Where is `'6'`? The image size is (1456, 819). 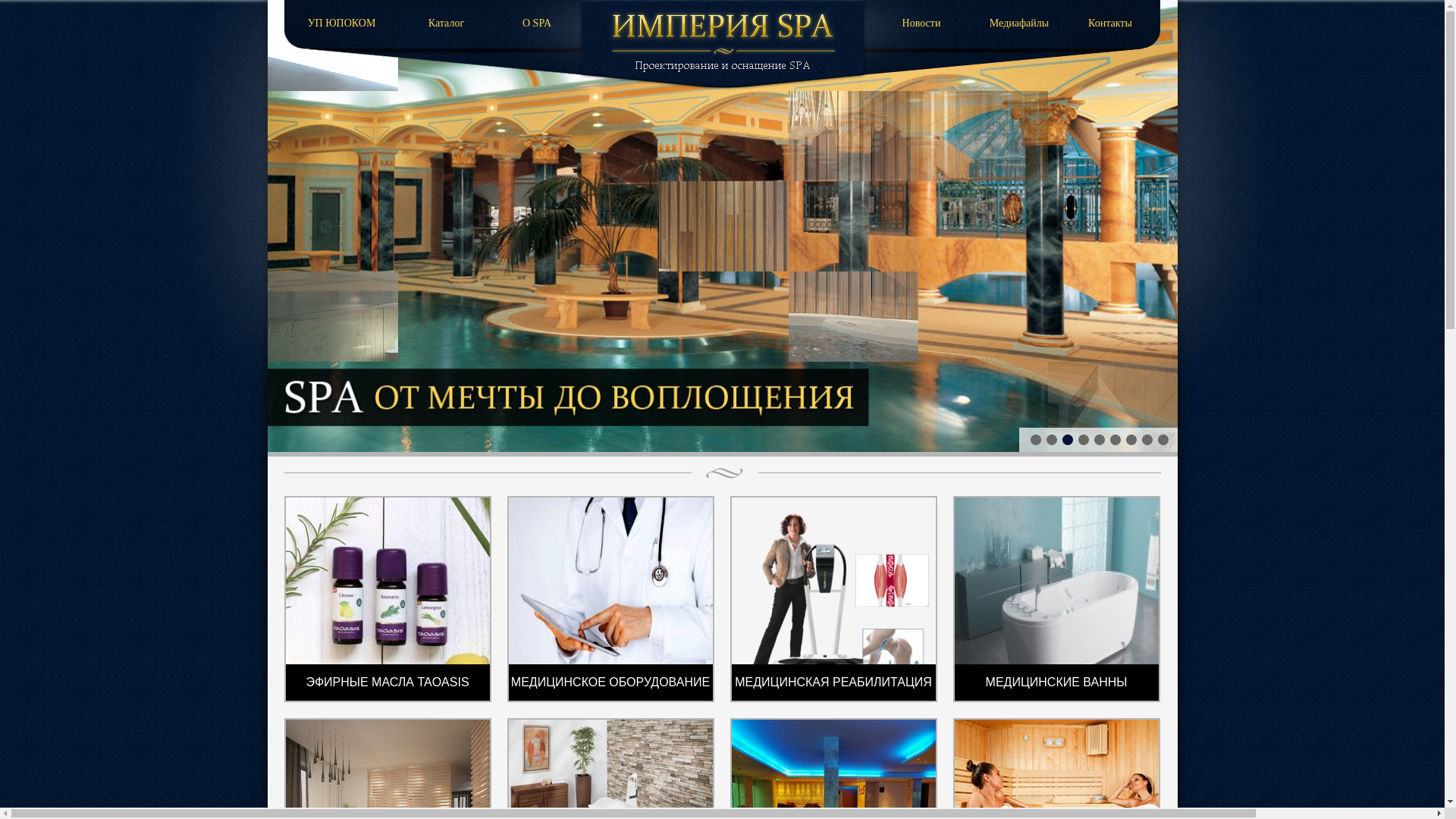
'6' is located at coordinates (1115, 439).